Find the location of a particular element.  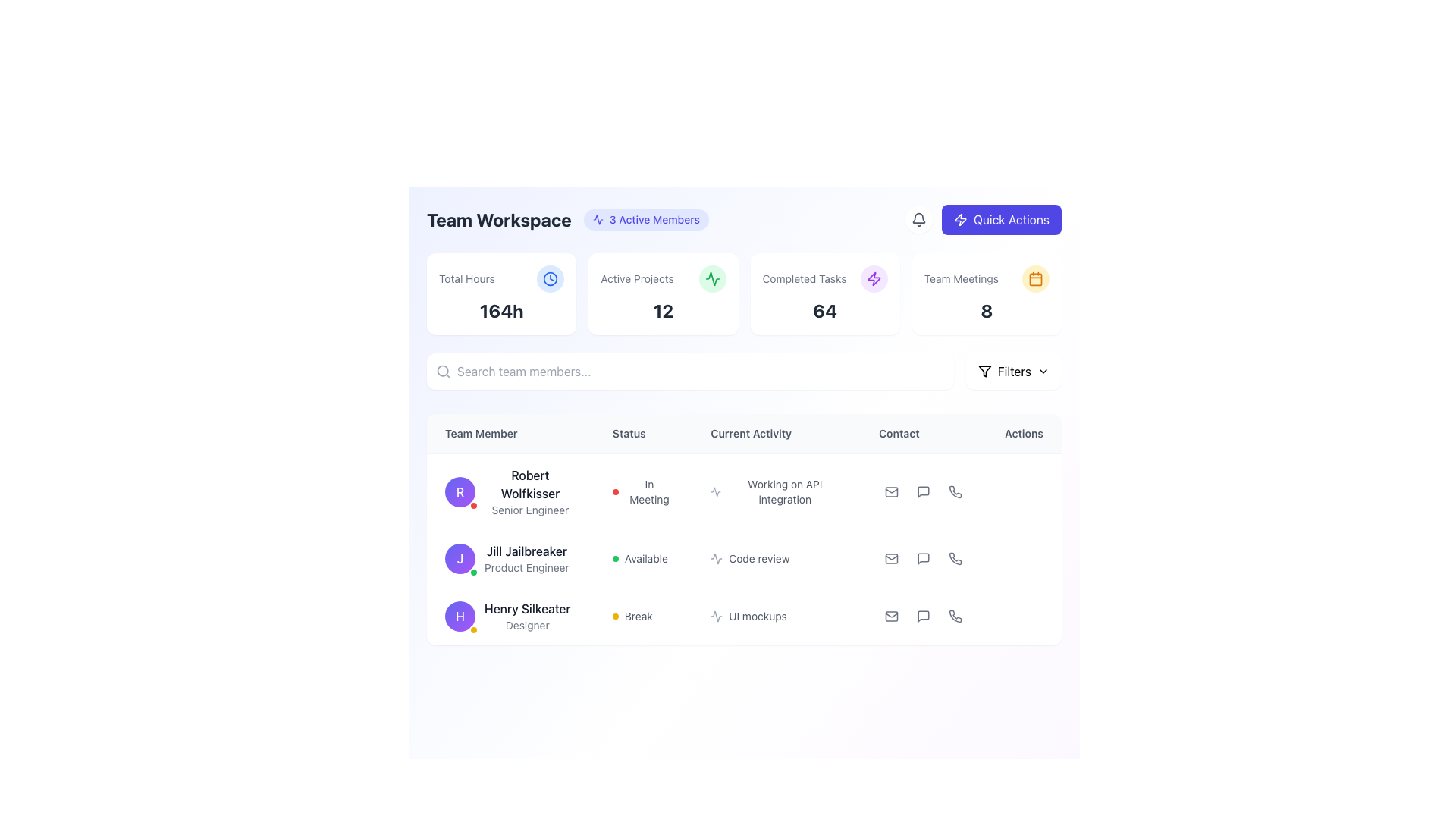

the messaging SVG Icon located in the 'Actions' column of the second row of the team members table, adjacent to user 'Jill Jailbreaker' under the 'Contact' section is located at coordinates (923, 491).